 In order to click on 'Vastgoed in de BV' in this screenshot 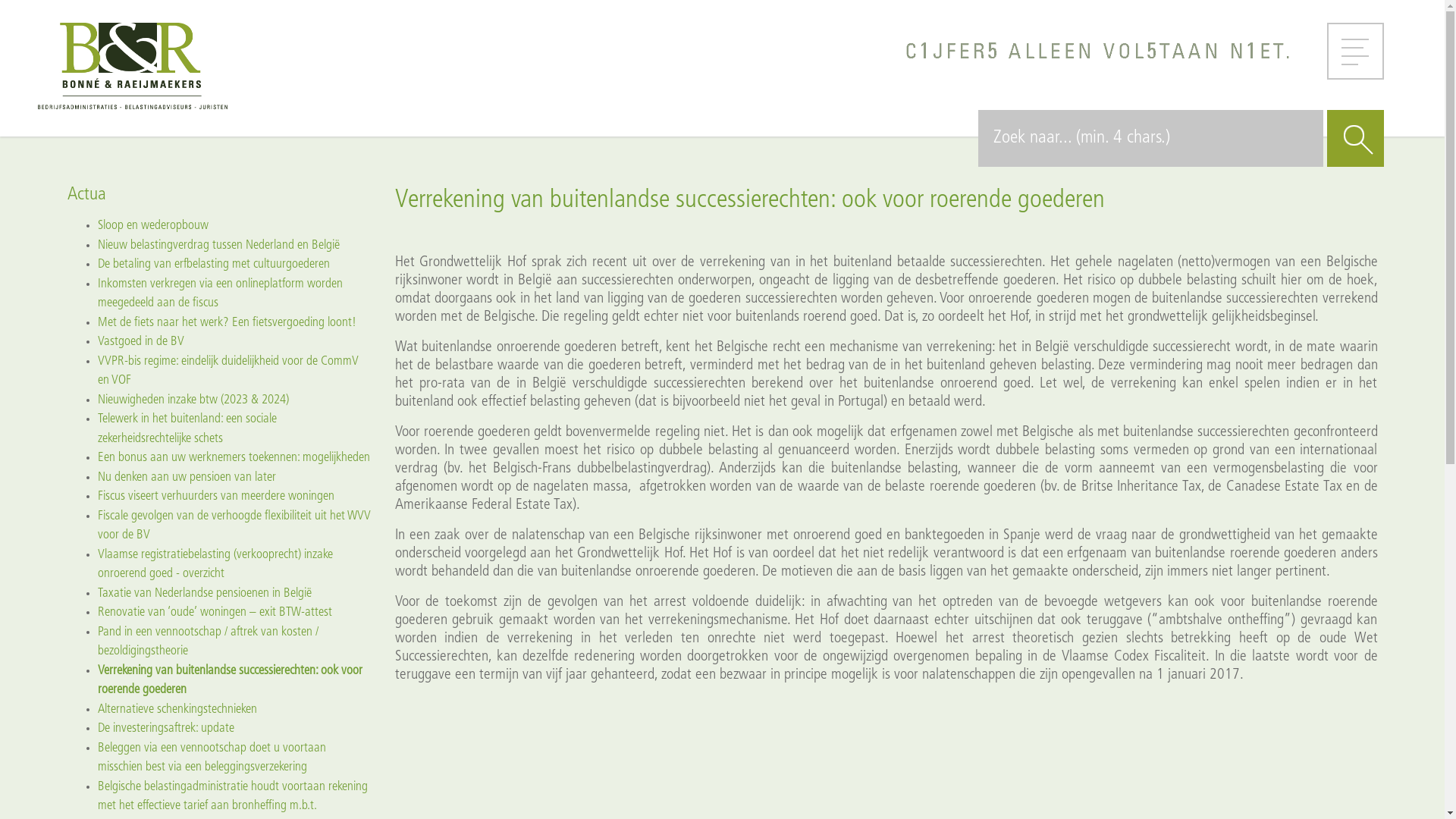, I will do `click(140, 341)`.